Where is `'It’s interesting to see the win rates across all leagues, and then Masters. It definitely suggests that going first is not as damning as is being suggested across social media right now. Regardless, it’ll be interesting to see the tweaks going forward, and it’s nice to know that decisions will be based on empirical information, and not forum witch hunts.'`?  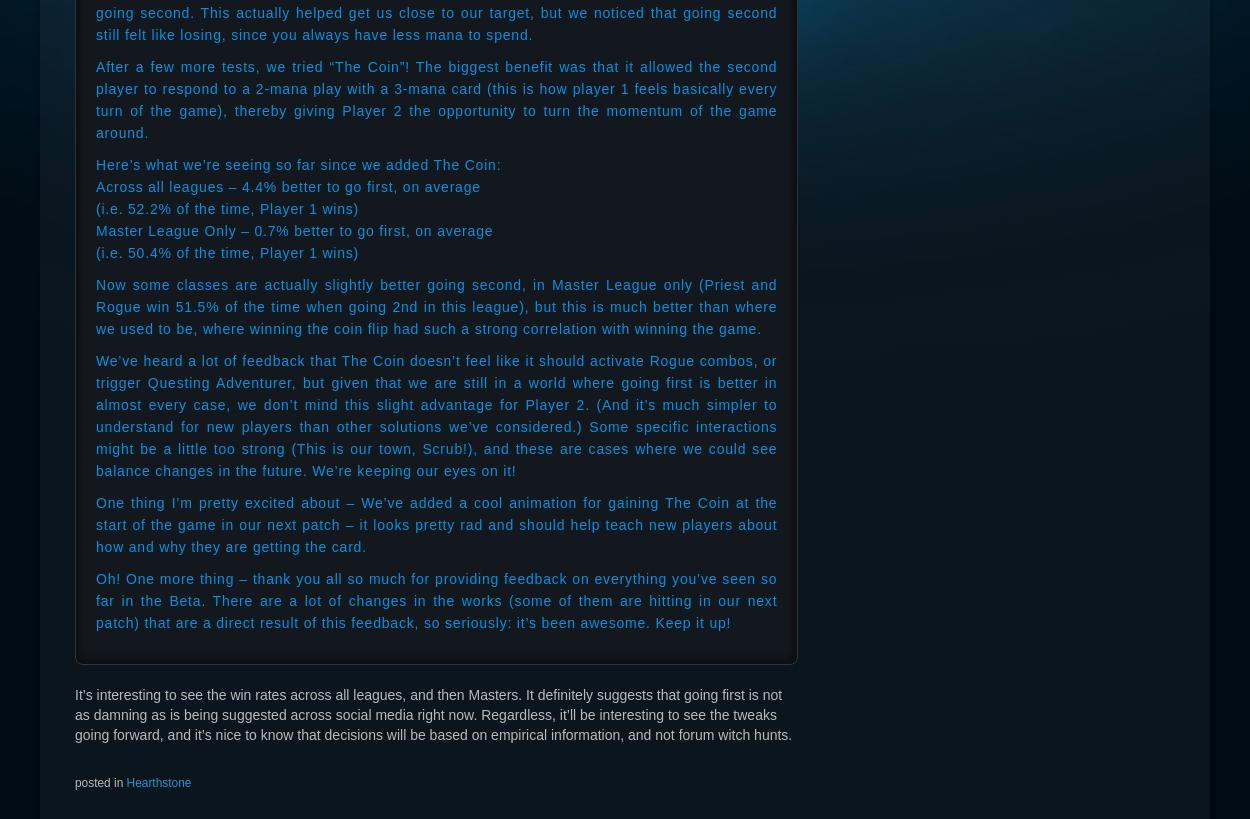 'It’s interesting to see the win rates across all leagues, and then Masters. It definitely suggests that going first is not as damning as is being suggested across social media right now. Regardless, it’ll be interesting to see the tweaks going forward, and it’s nice to know that decisions will be based on empirical information, and not forum witch hunts.' is located at coordinates (74, 713).